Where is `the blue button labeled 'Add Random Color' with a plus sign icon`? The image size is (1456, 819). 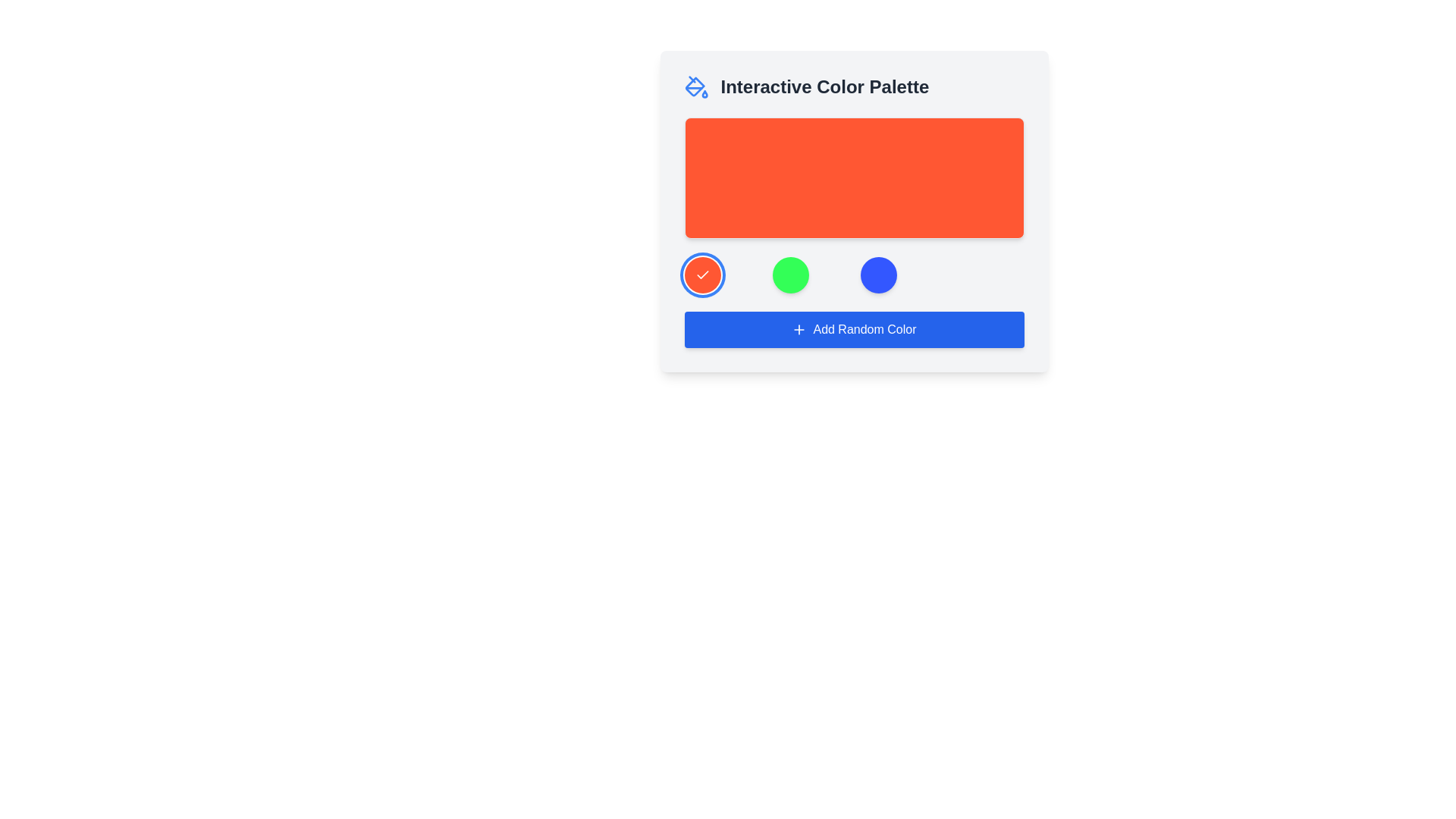
the blue button labeled 'Add Random Color' with a plus sign icon is located at coordinates (854, 329).